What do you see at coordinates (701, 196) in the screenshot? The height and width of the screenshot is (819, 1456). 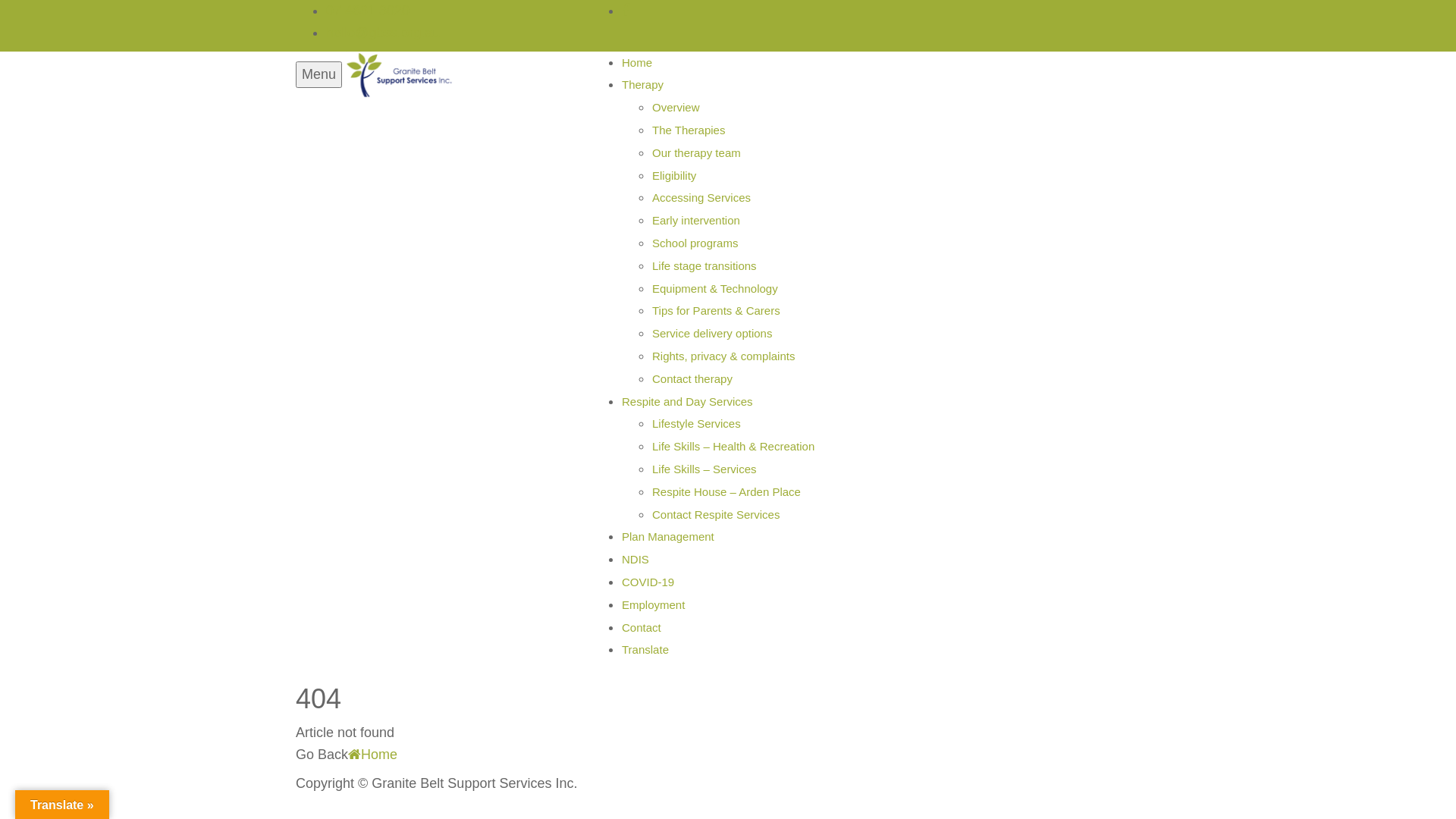 I see `'Accessing Services'` at bounding box center [701, 196].